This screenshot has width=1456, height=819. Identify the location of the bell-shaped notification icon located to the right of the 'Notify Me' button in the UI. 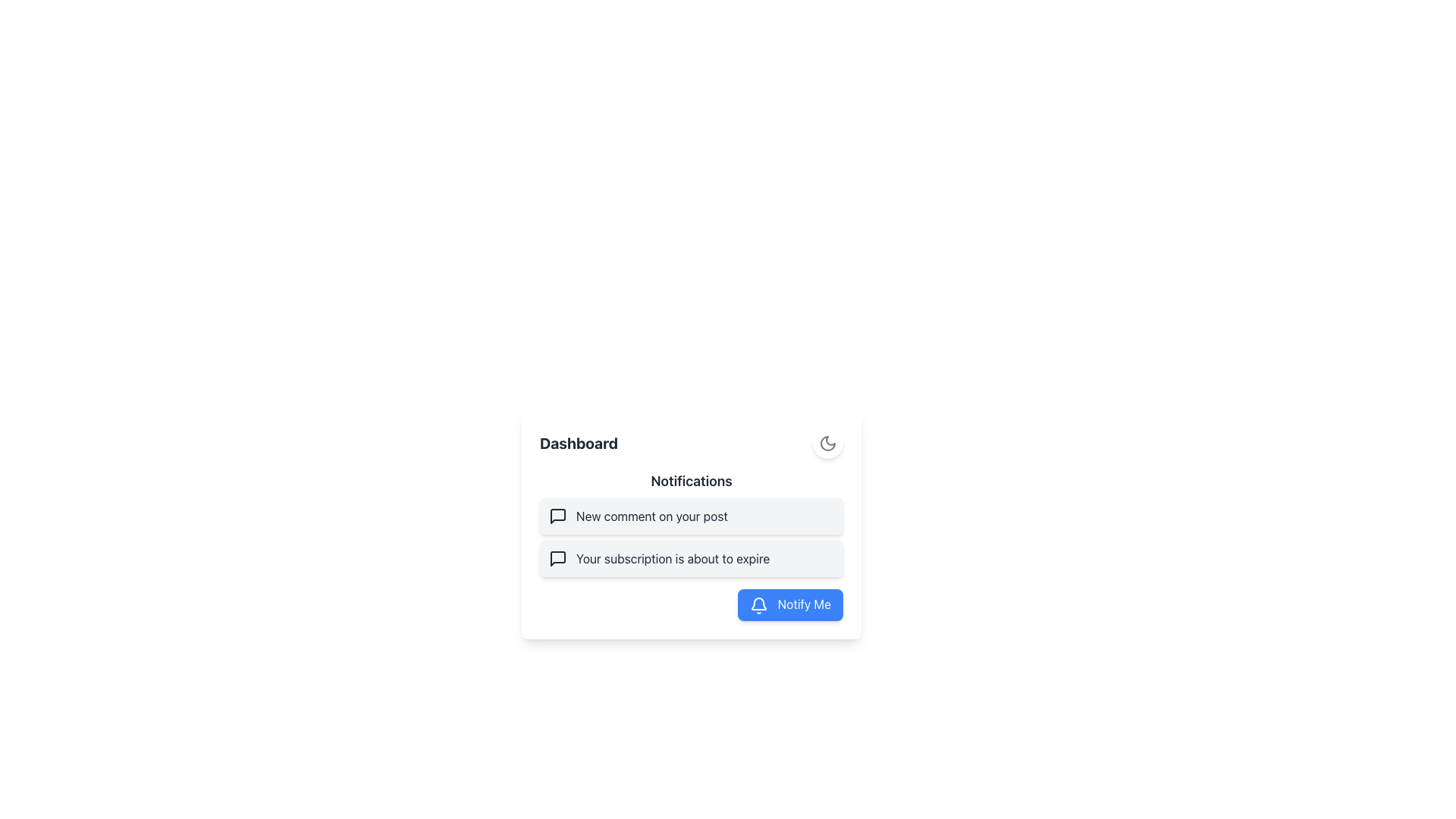
(759, 602).